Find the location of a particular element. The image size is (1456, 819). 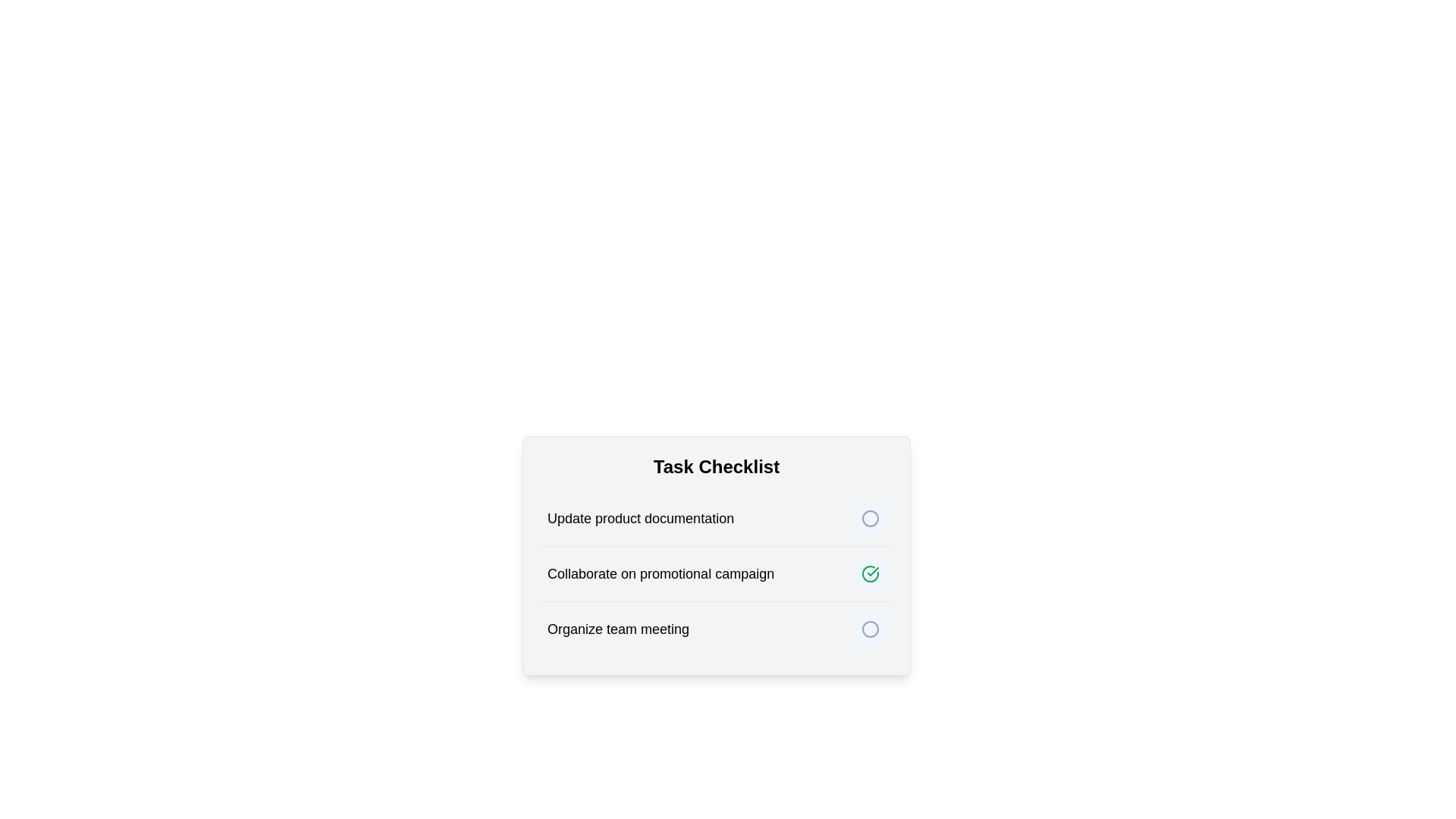

the text label that identifies the task 'Update product documentation' in the task checklist, located at the top section near a circular icon is located at coordinates (641, 517).